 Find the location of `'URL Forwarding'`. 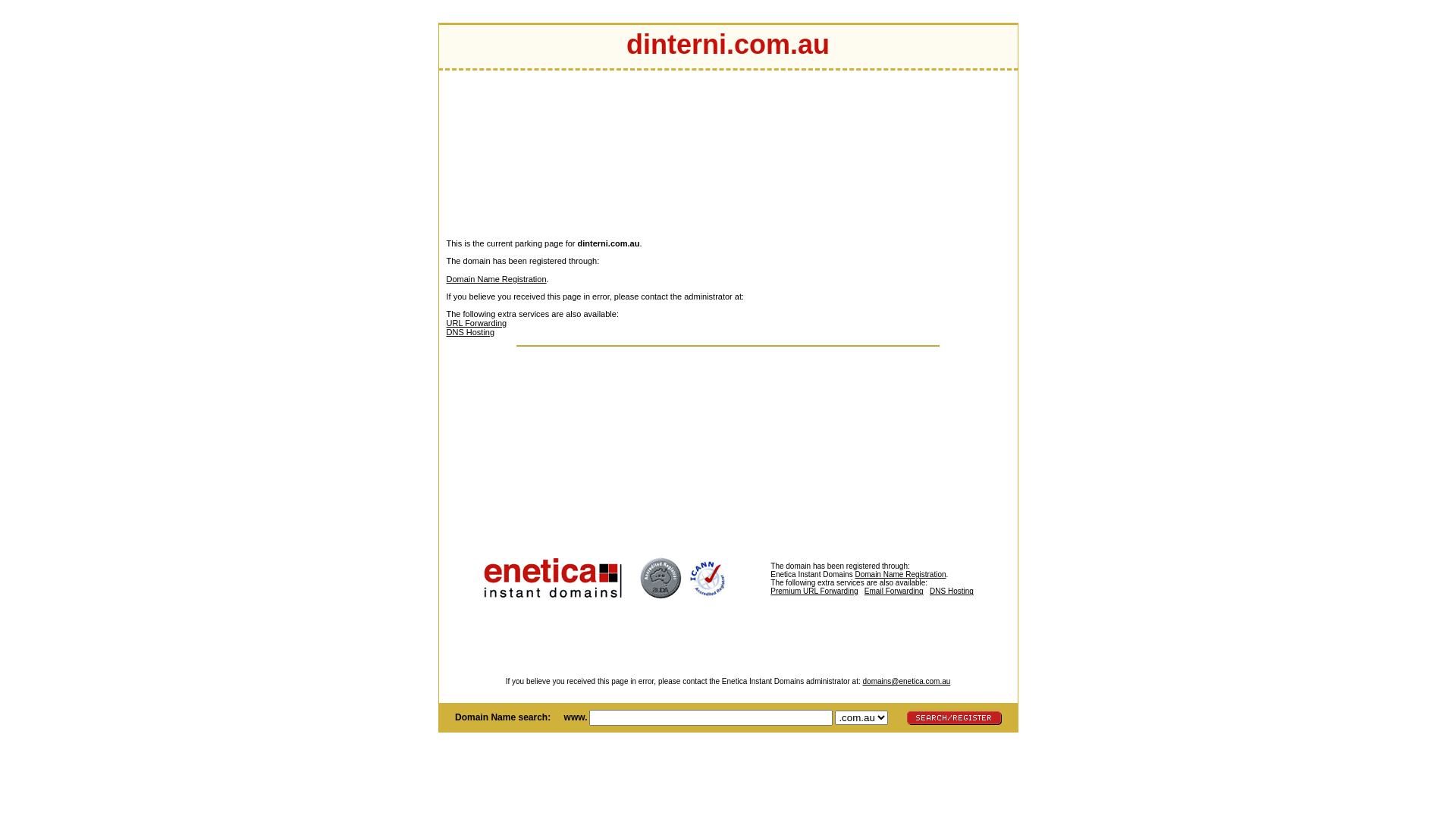

'URL Forwarding' is located at coordinates (475, 322).